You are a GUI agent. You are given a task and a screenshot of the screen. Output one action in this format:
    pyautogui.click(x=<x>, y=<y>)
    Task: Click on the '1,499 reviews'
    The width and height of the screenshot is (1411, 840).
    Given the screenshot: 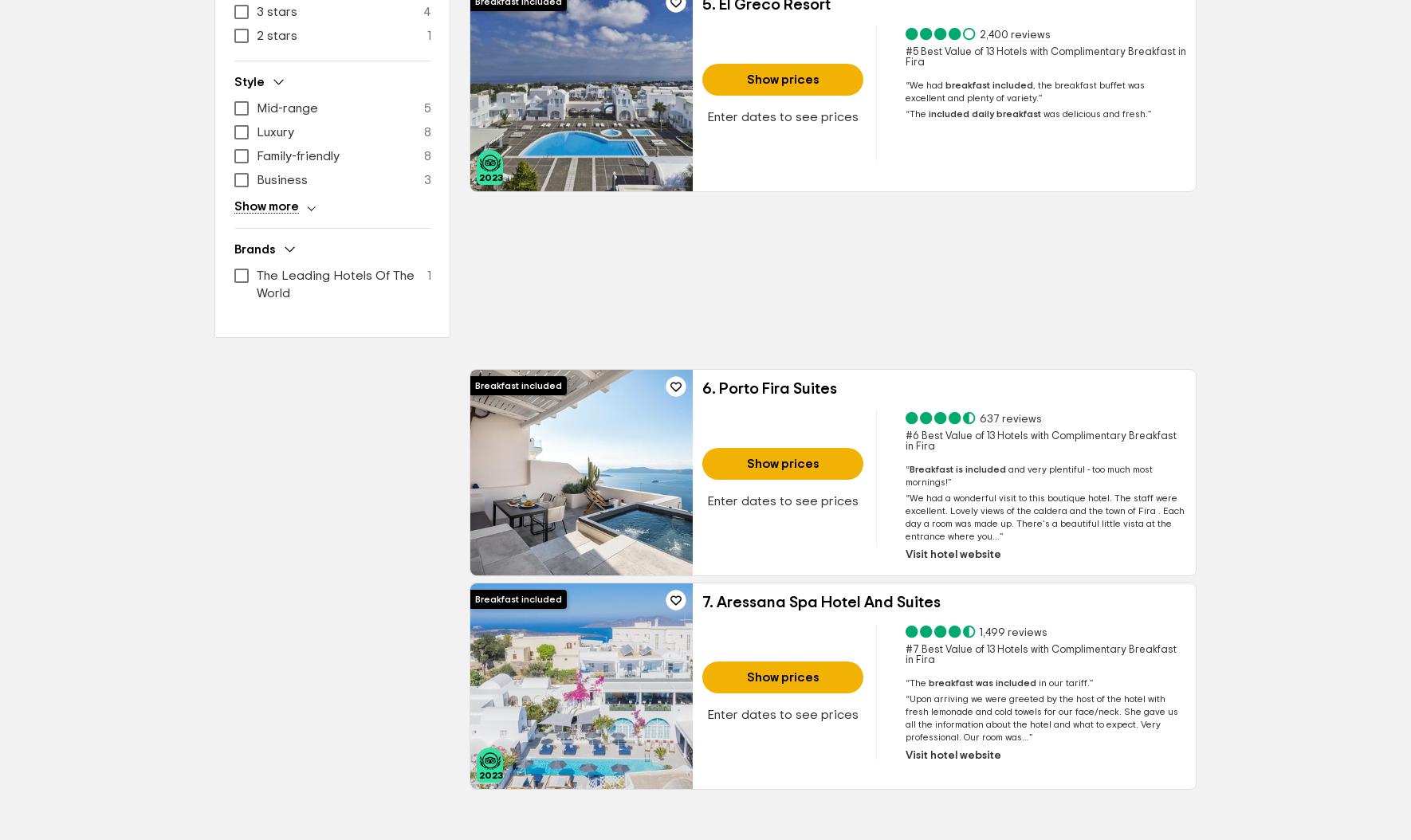 What is the action you would take?
    pyautogui.click(x=1012, y=631)
    